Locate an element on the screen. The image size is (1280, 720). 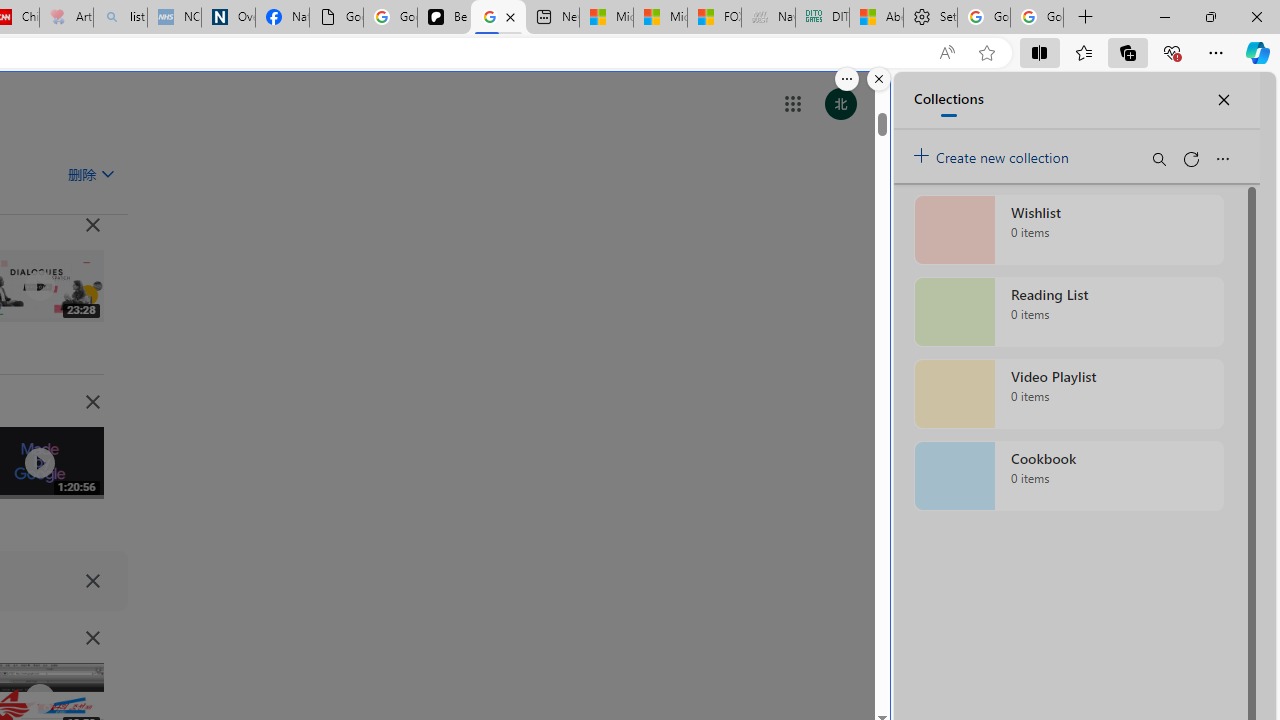
'FOX News - MSN' is located at coordinates (714, 17).